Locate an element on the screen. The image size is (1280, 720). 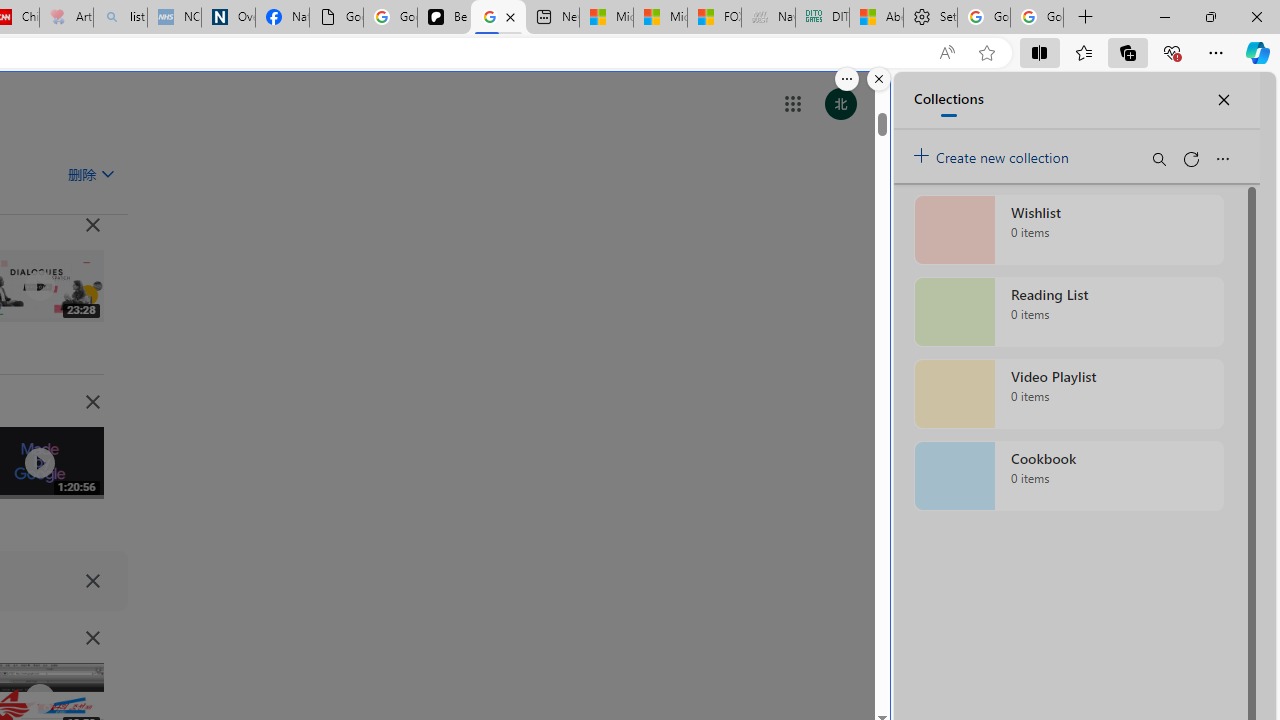
'FOX News - MSN' is located at coordinates (714, 17).